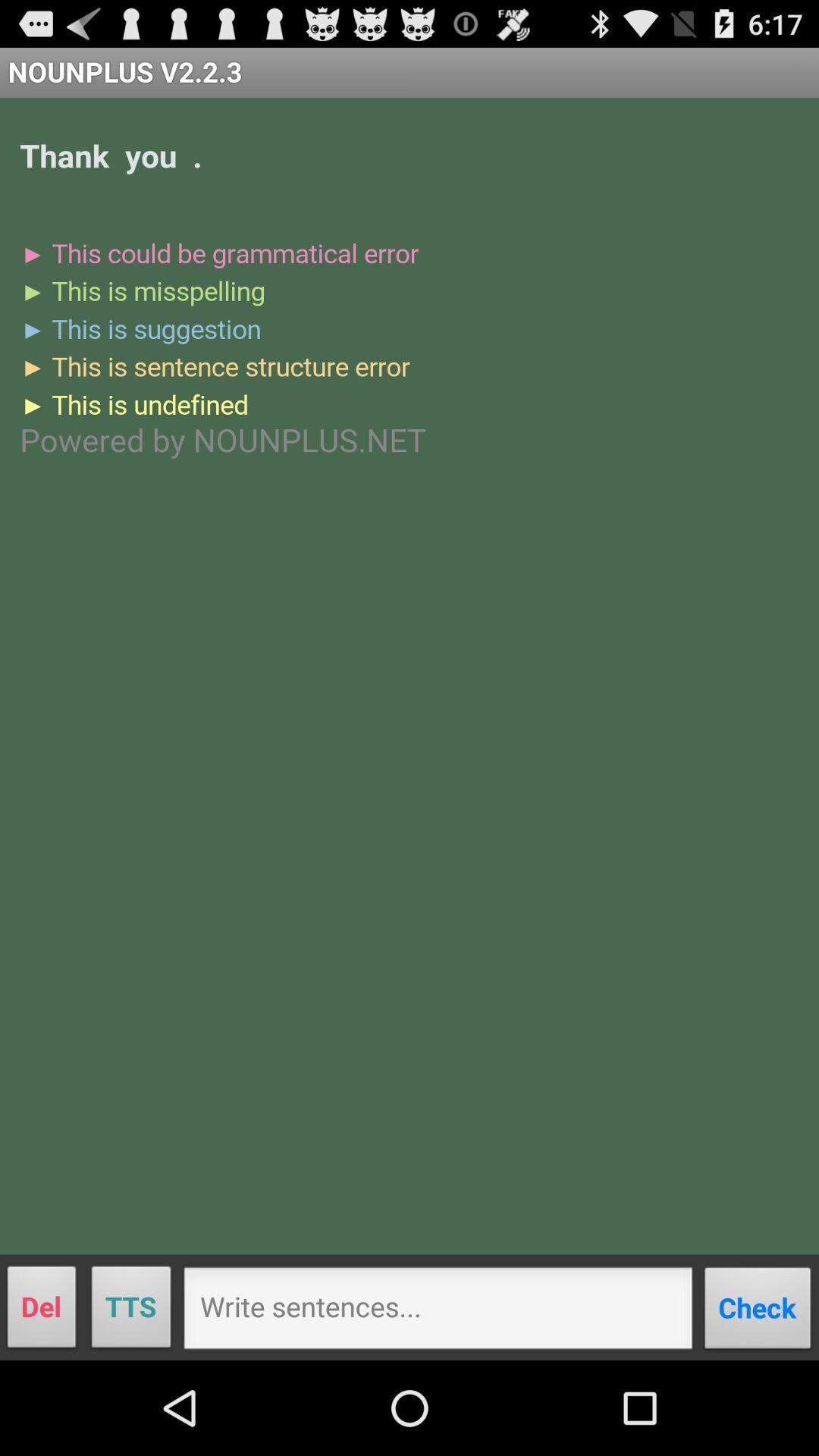 Image resolution: width=819 pixels, height=1456 pixels. What do you see at coordinates (438, 1312) in the screenshot?
I see `write sentences` at bounding box center [438, 1312].